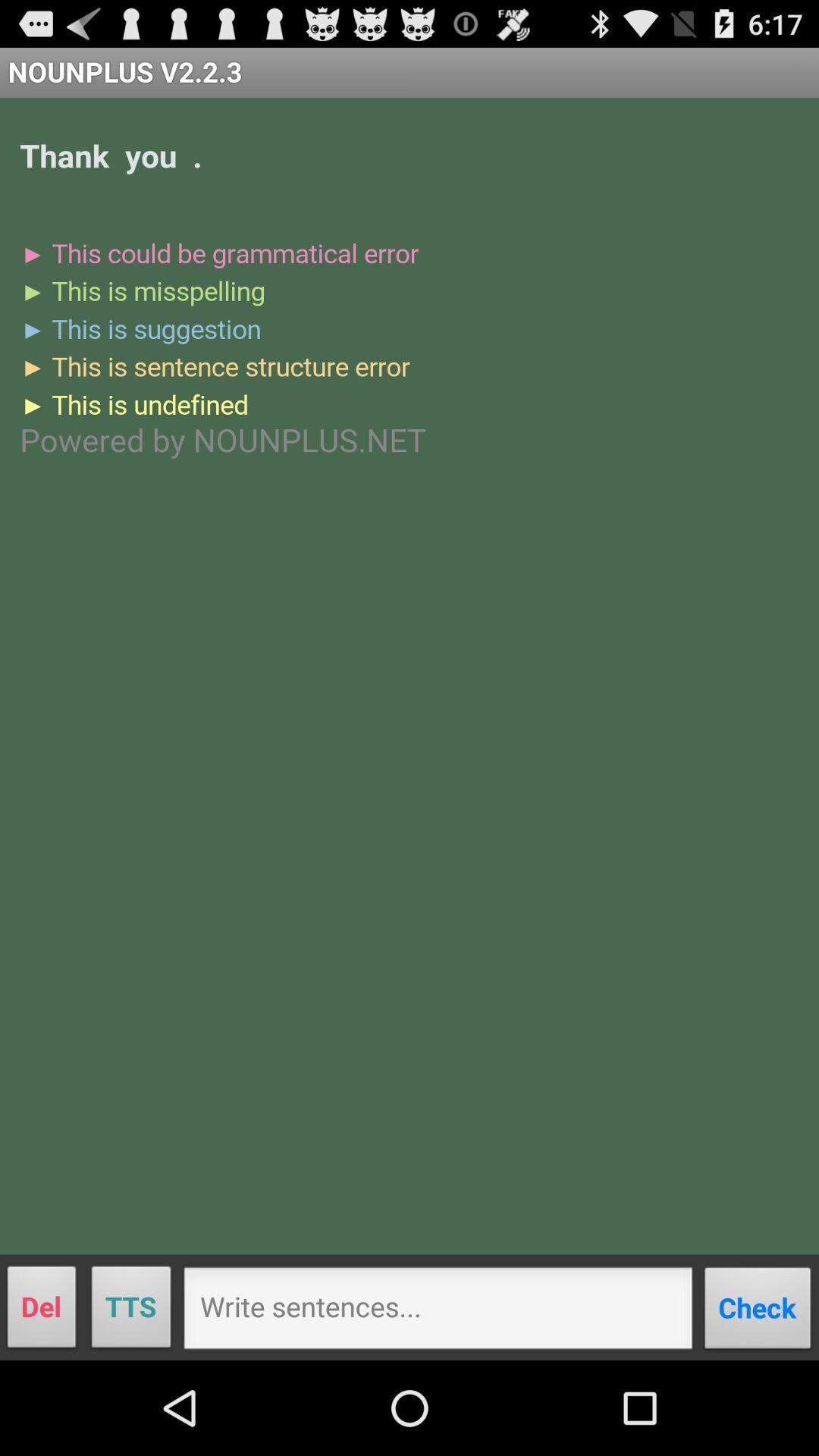 Image resolution: width=819 pixels, height=1456 pixels. What do you see at coordinates (438, 1312) in the screenshot?
I see `write sentences` at bounding box center [438, 1312].